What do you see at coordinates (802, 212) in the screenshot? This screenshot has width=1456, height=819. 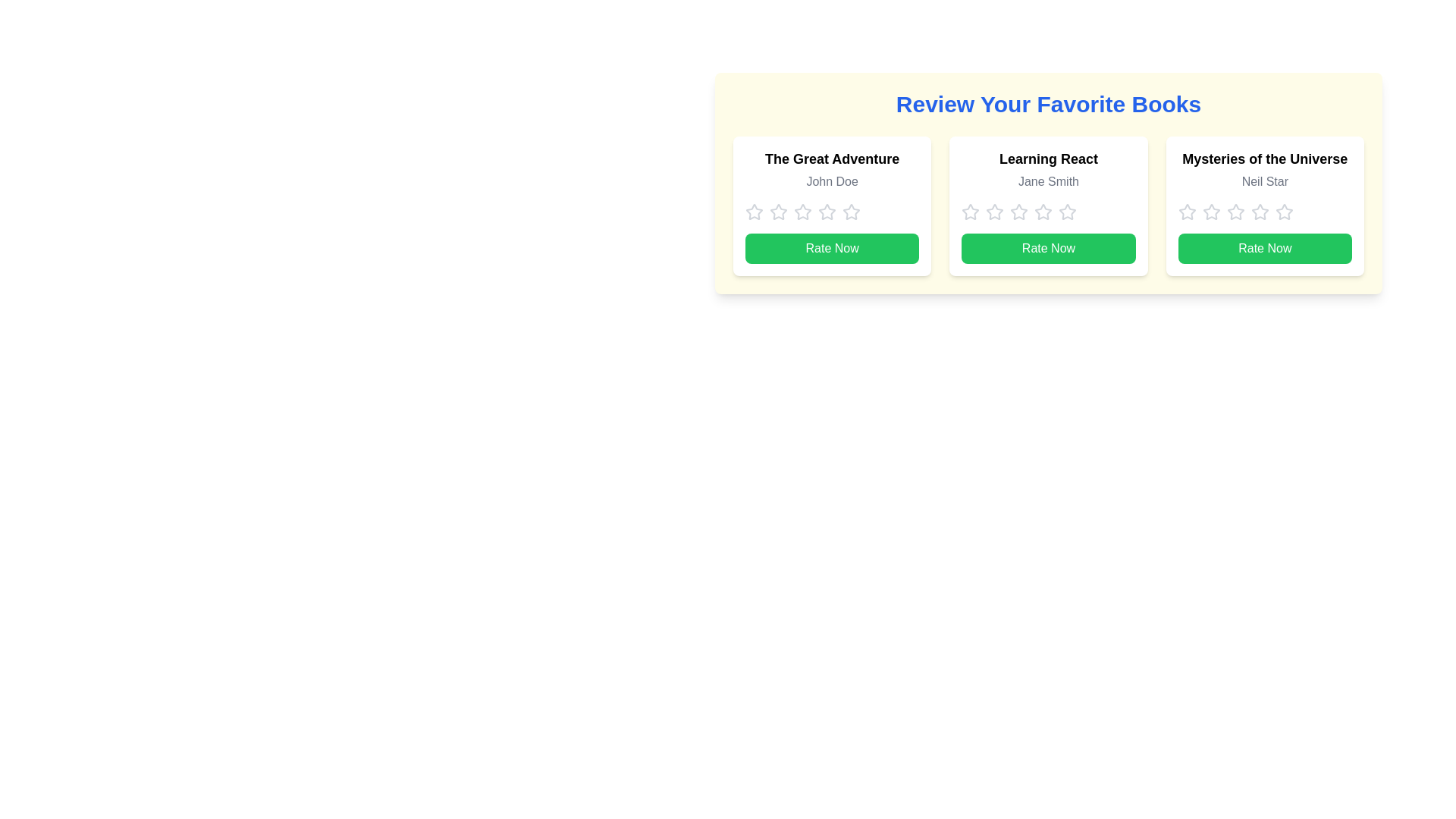 I see `the second star-shaped icon in the rating system for 'The Great Adventure' to trigger the tooltip or effect` at bounding box center [802, 212].